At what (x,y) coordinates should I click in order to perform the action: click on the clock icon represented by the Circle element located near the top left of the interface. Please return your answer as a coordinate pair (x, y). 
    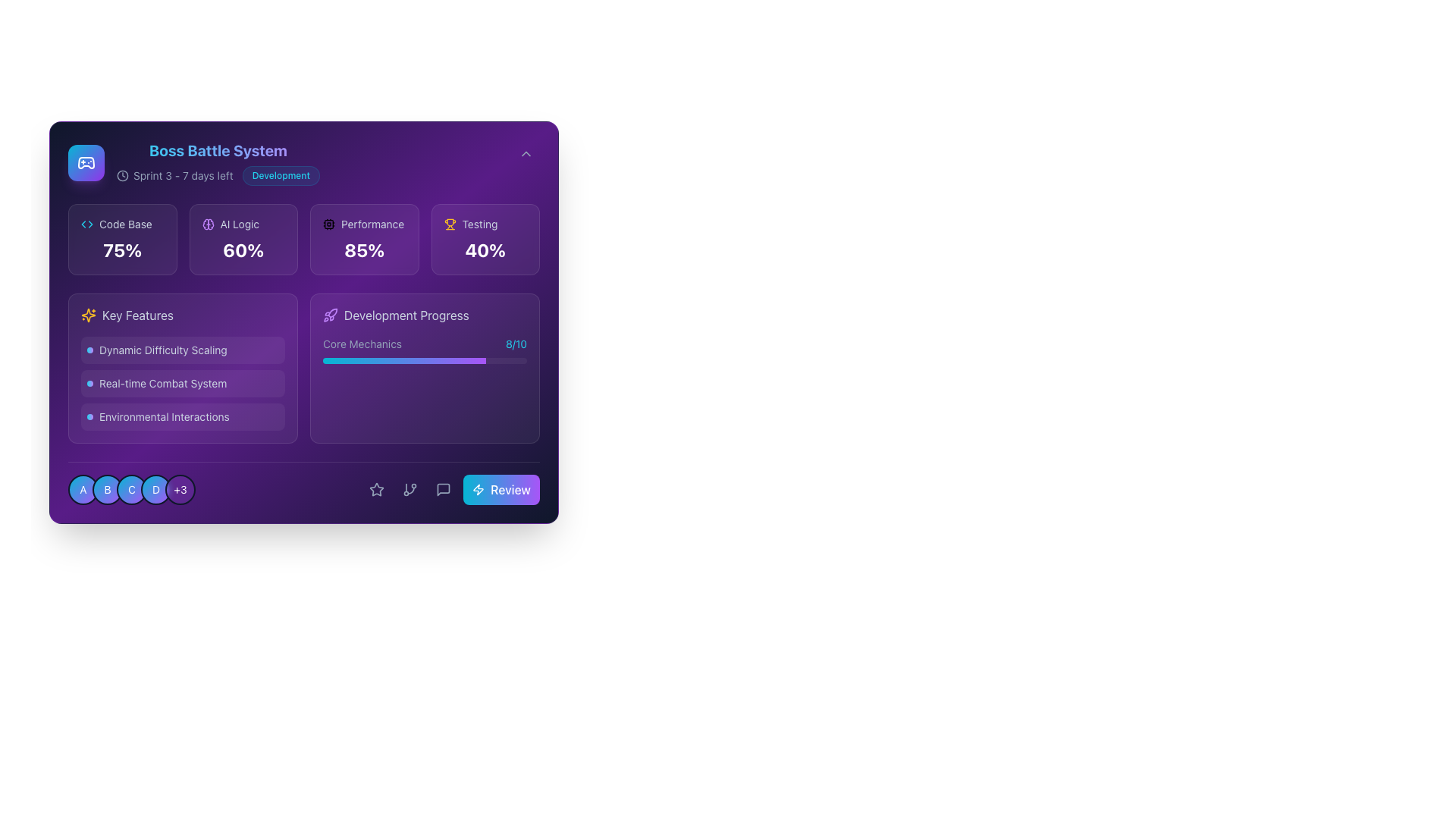
    Looking at the image, I should click on (123, 174).